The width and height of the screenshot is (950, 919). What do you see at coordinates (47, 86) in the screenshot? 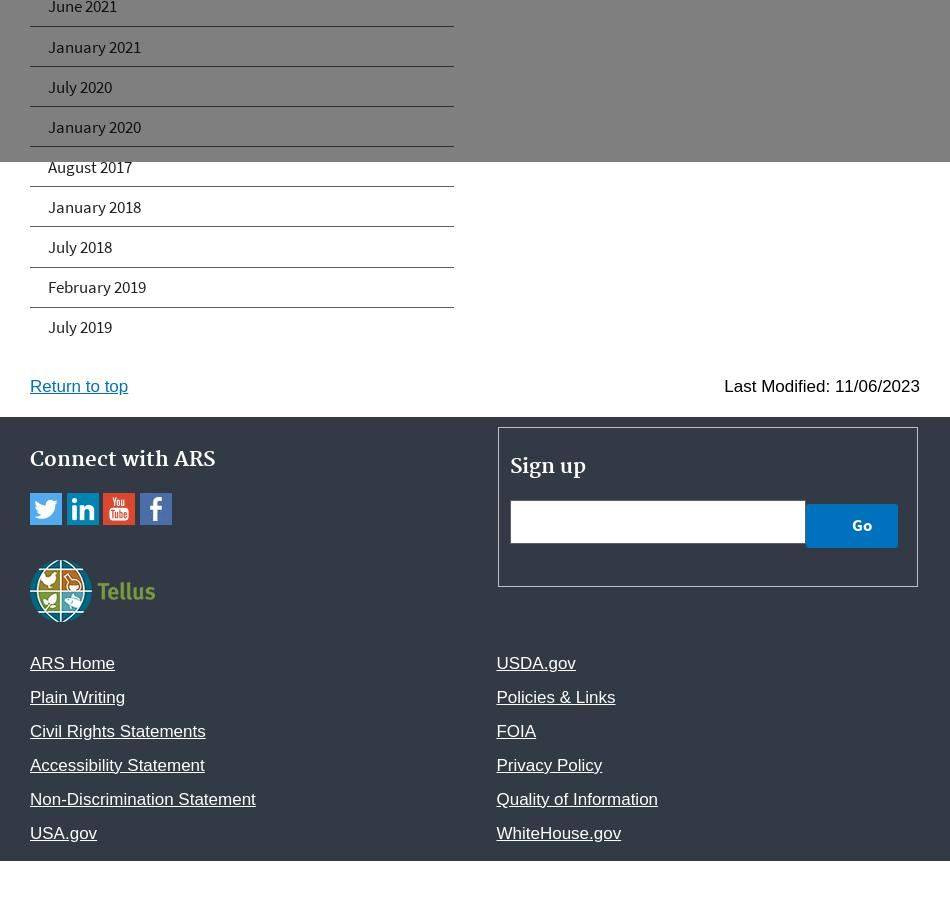
I see `'July 2020'` at bounding box center [47, 86].